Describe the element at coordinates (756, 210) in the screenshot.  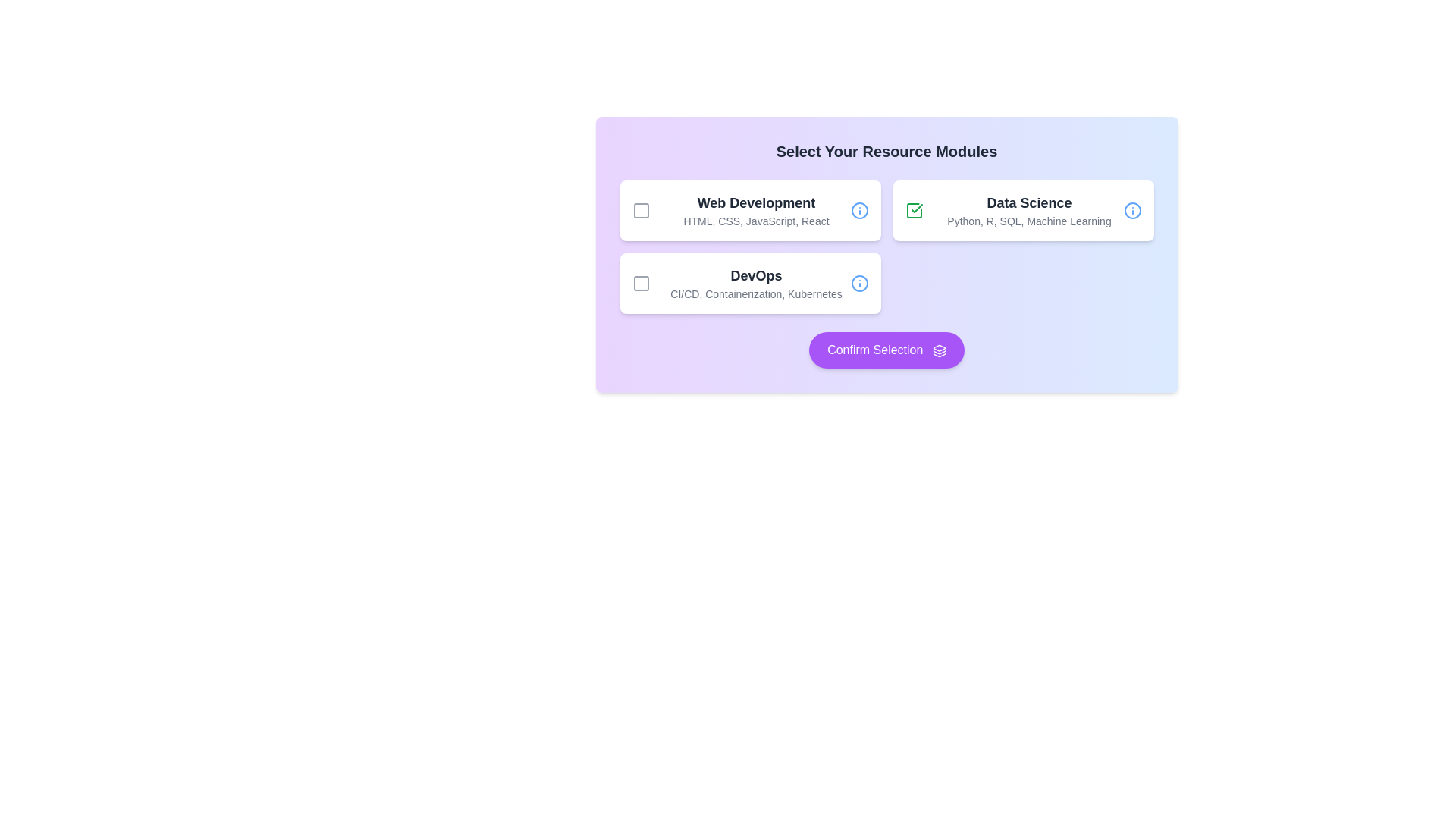
I see `the Descriptive Text Block for the 'Web Development' resource module, which is part of a horizontally aligned layout of selectable modules under 'Select Your Resource Modules.'` at that location.